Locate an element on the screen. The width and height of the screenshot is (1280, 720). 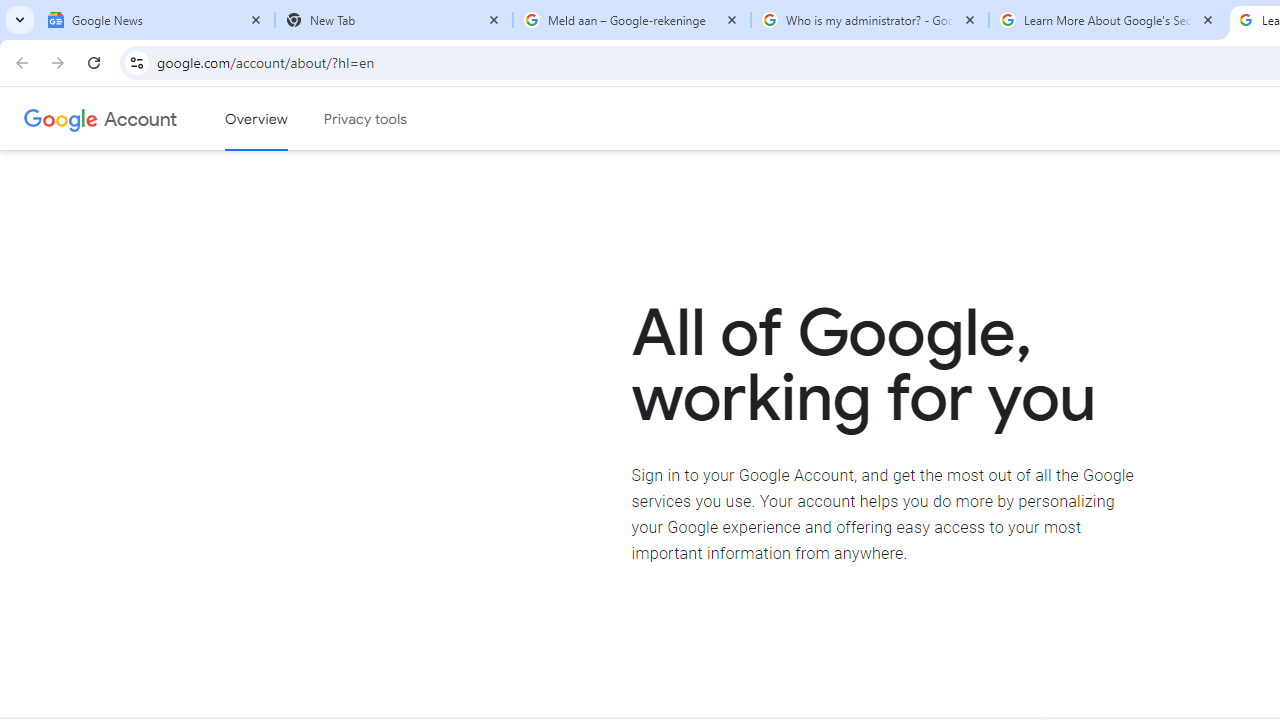
'Reload' is located at coordinates (93, 61).